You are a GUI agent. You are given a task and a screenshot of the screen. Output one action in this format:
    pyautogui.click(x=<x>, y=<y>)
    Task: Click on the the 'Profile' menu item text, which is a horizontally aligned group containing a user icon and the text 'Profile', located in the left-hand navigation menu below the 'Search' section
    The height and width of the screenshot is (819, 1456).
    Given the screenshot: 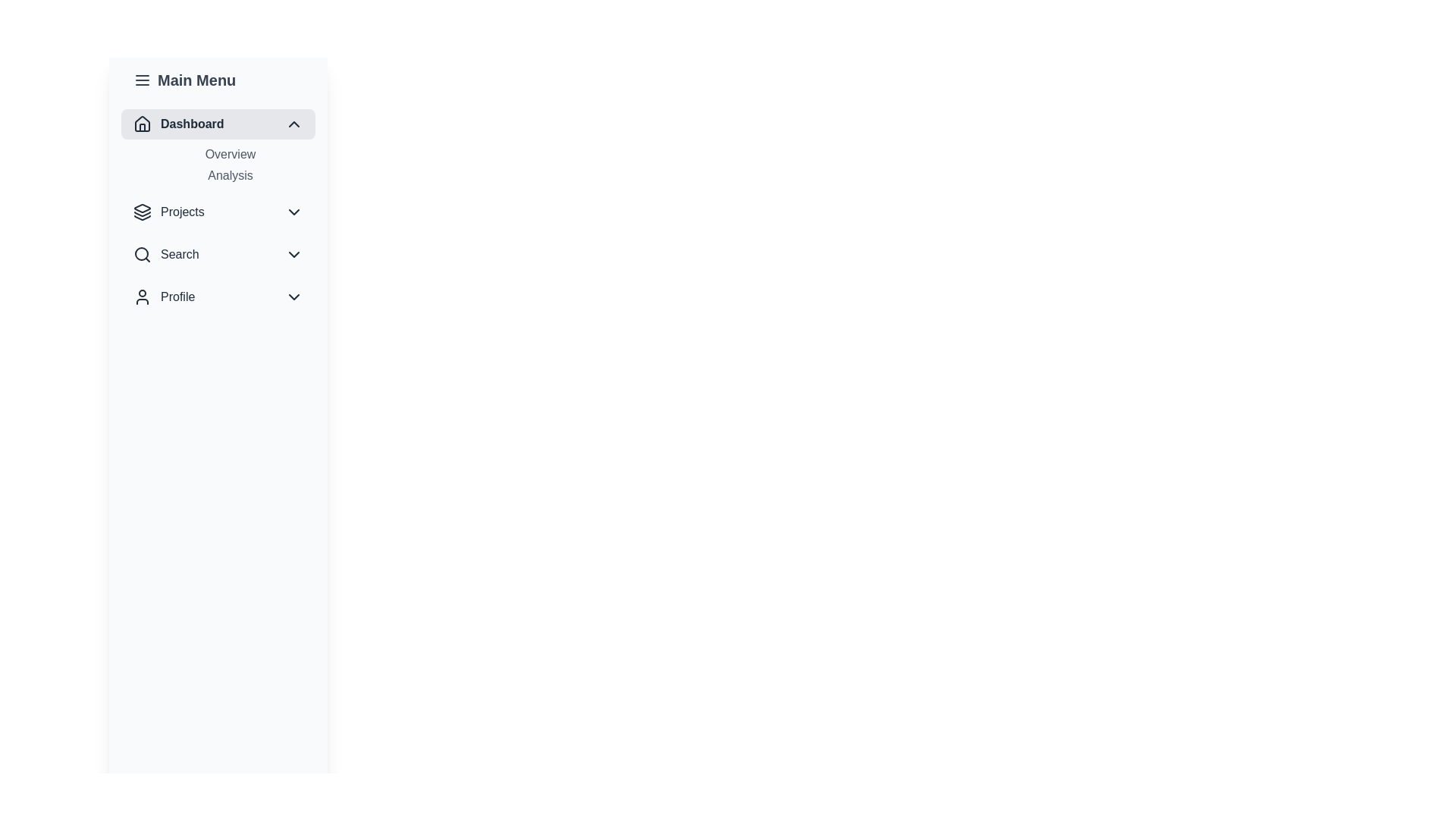 What is the action you would take?
    pyautogui.click(x=164, y=297)
    